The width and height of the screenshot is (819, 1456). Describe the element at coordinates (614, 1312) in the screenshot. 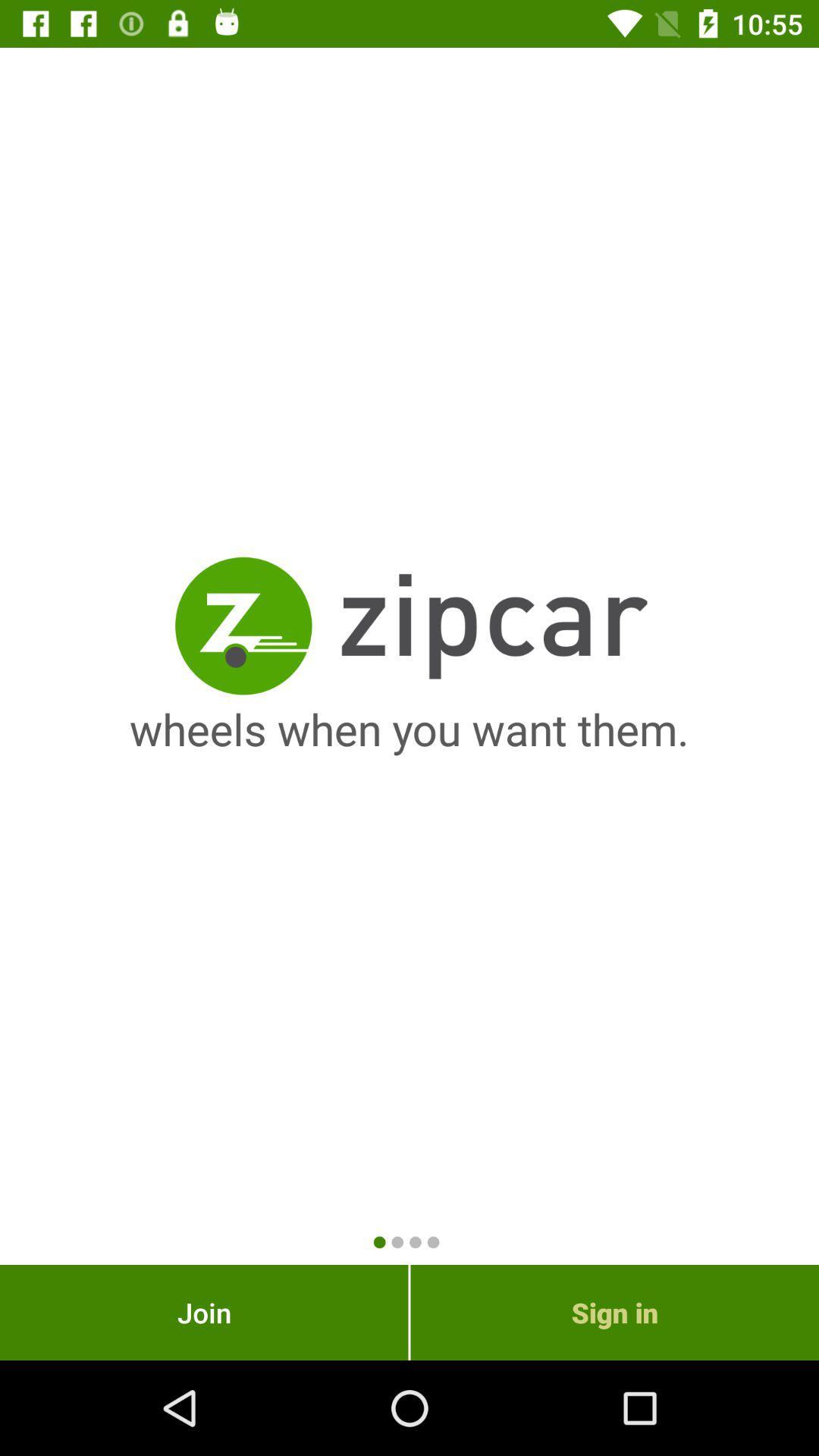

I see `the sign in` at that location.